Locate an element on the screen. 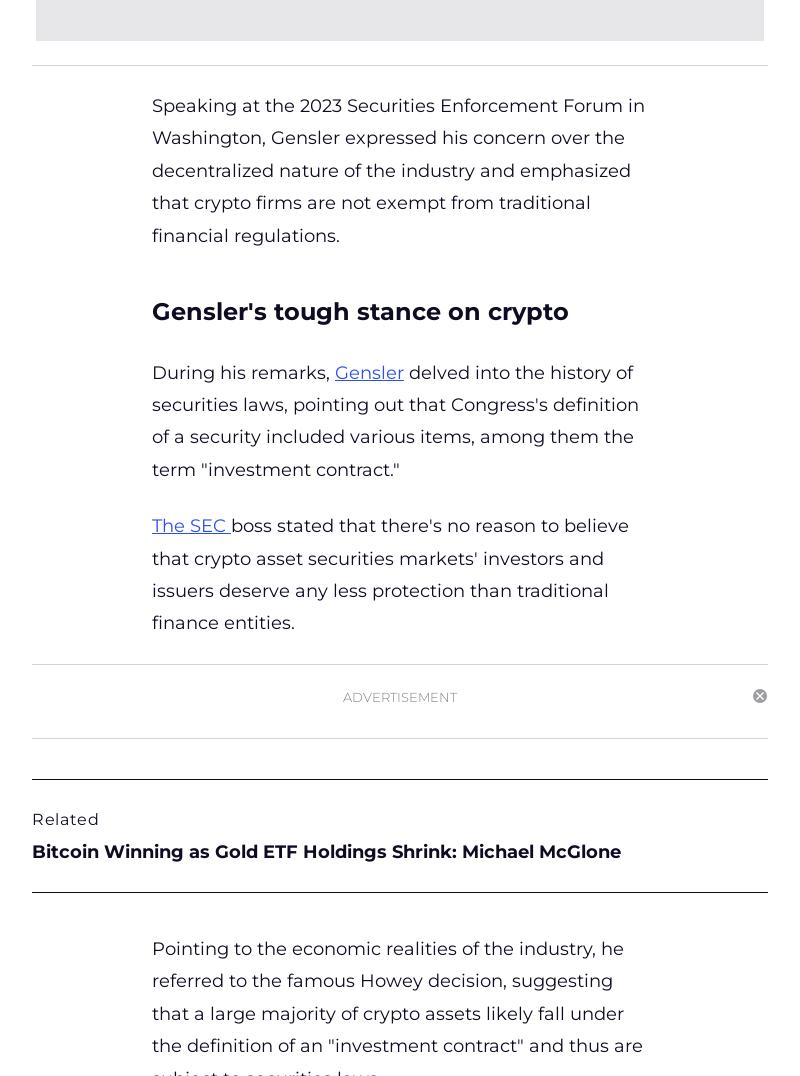 The image size is (800, 1076). 'Related' is located at coordinates (64, 817).